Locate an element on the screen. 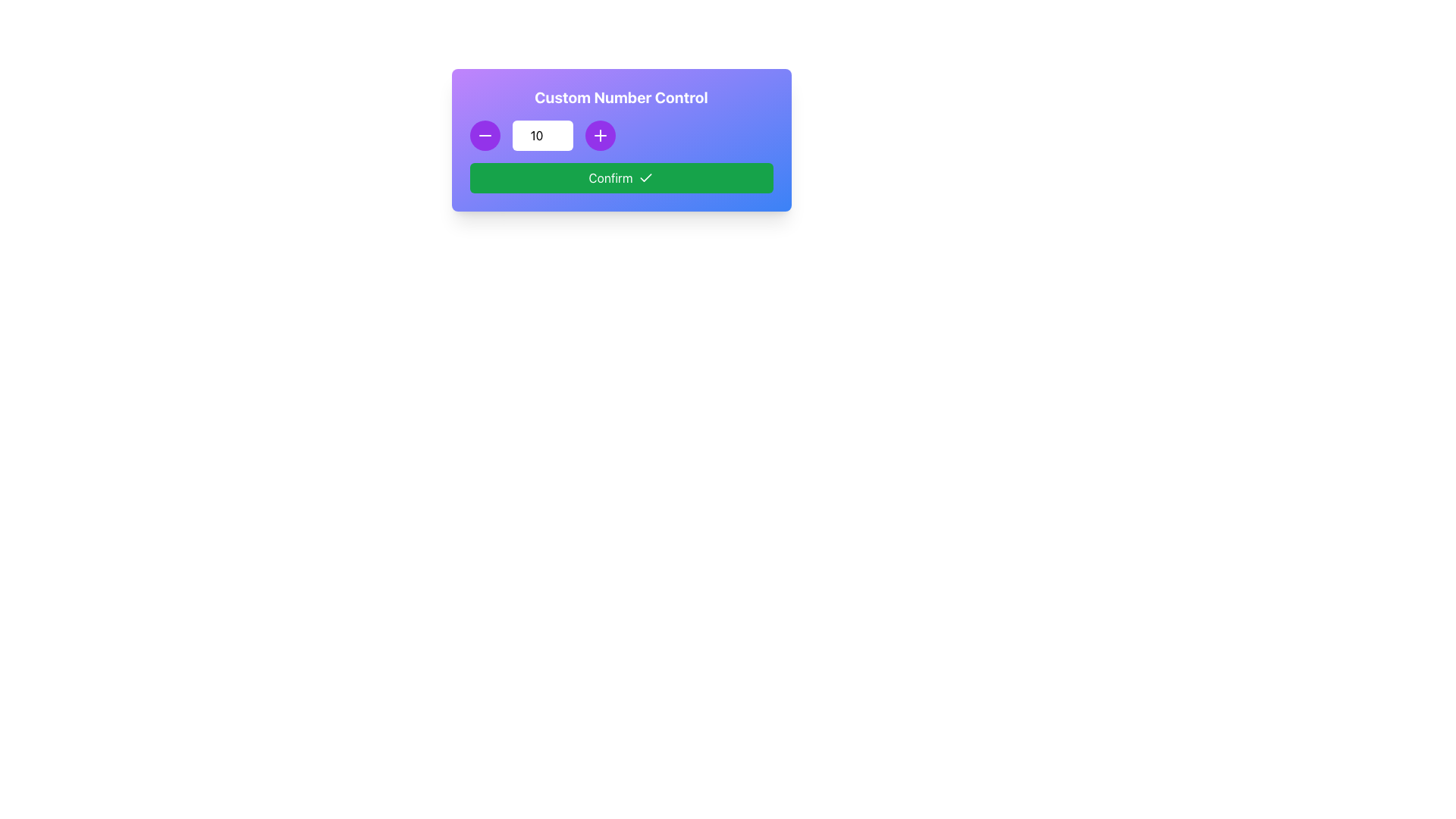  the green 'Confirm' button with rounded corners located at the bottom of the 'Custom Number Control' card is located at coordinates (621, 177).